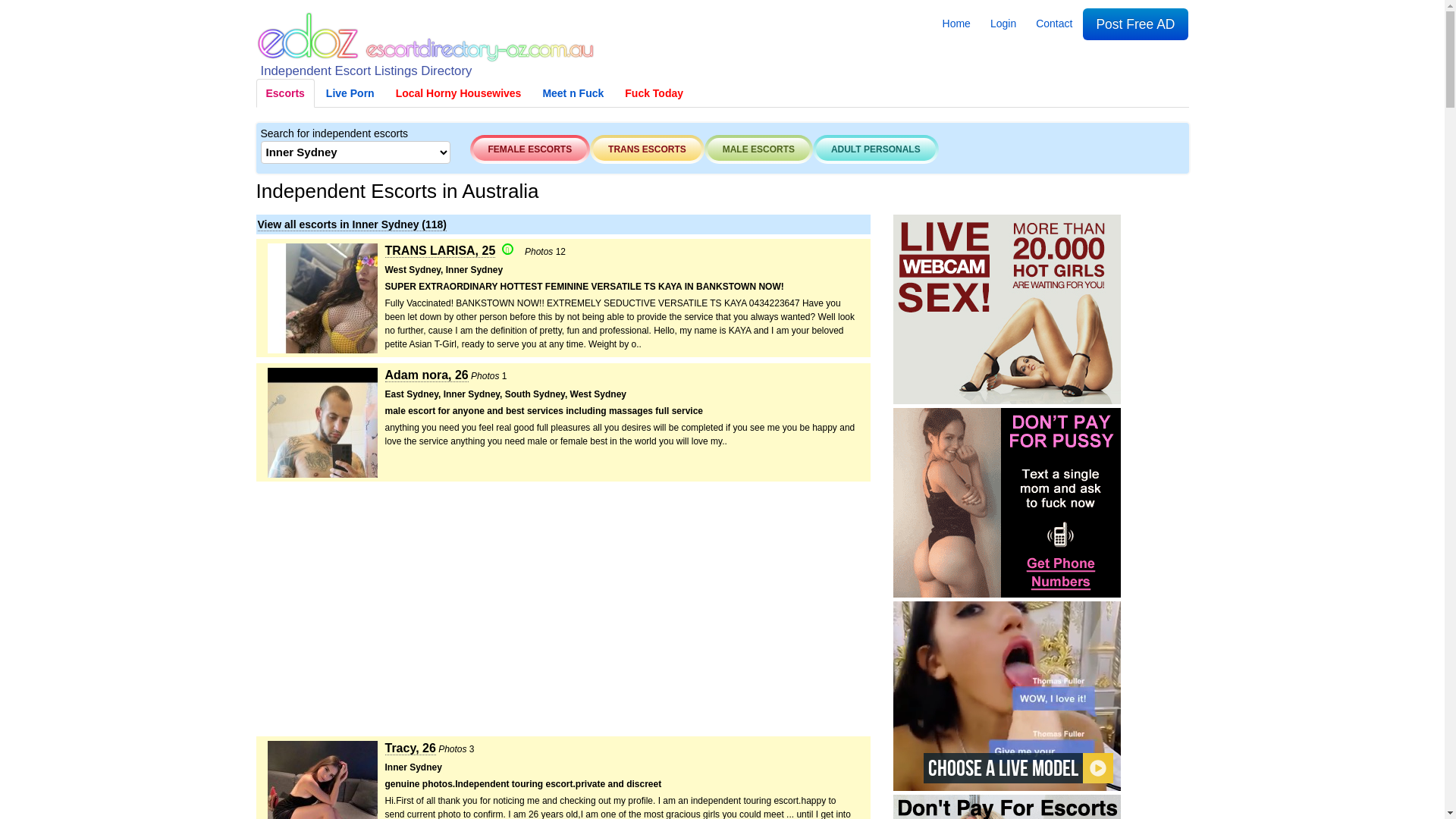  What do you see at coordinates (932, 23) in the screenshot?
I see `'Home'` at bounding box center [932, 23].